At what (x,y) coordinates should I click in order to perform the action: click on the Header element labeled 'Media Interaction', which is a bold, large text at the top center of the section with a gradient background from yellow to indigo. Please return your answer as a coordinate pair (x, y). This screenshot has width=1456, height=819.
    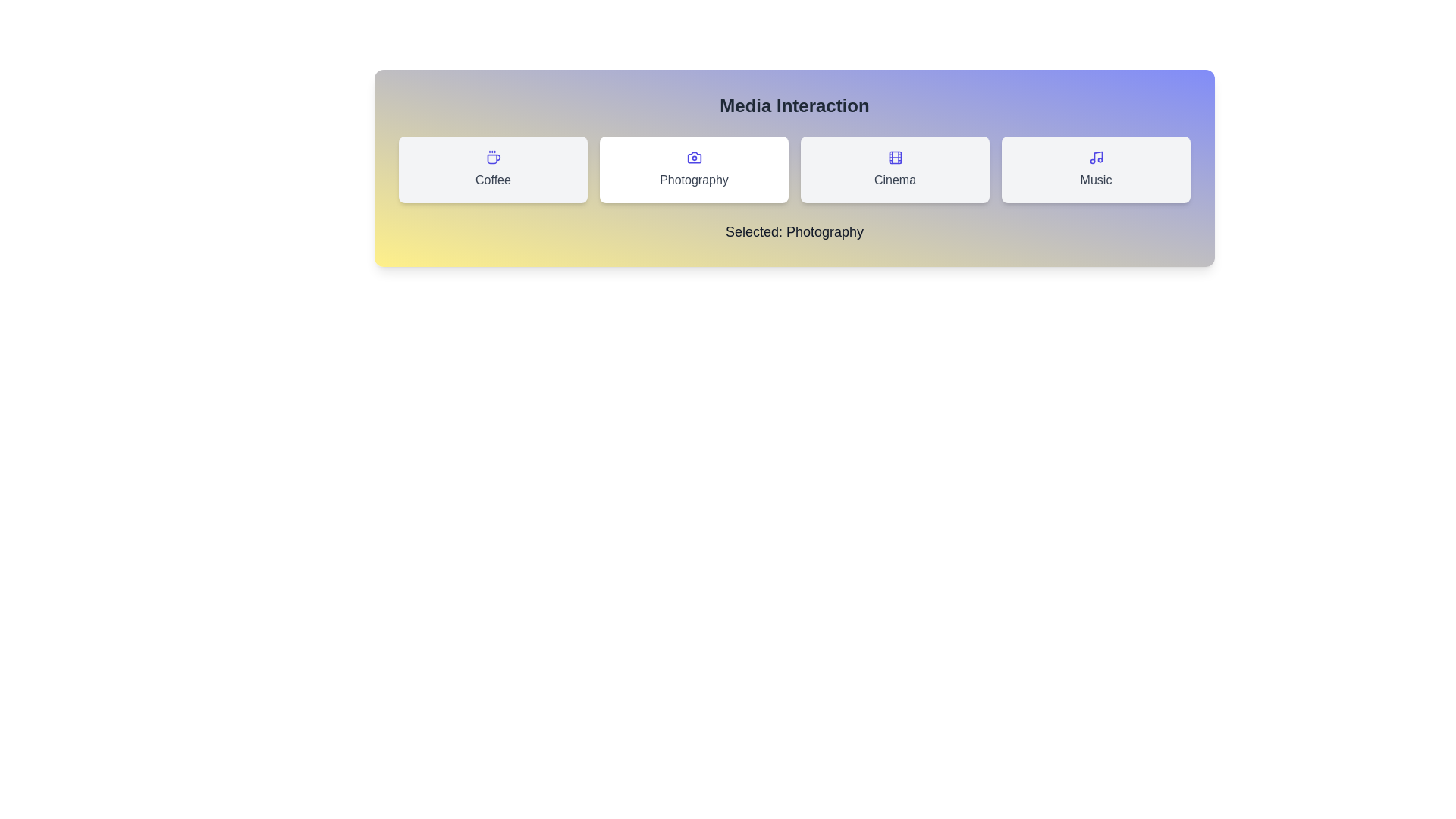
    Looking at the image, I should click on (793, 105).